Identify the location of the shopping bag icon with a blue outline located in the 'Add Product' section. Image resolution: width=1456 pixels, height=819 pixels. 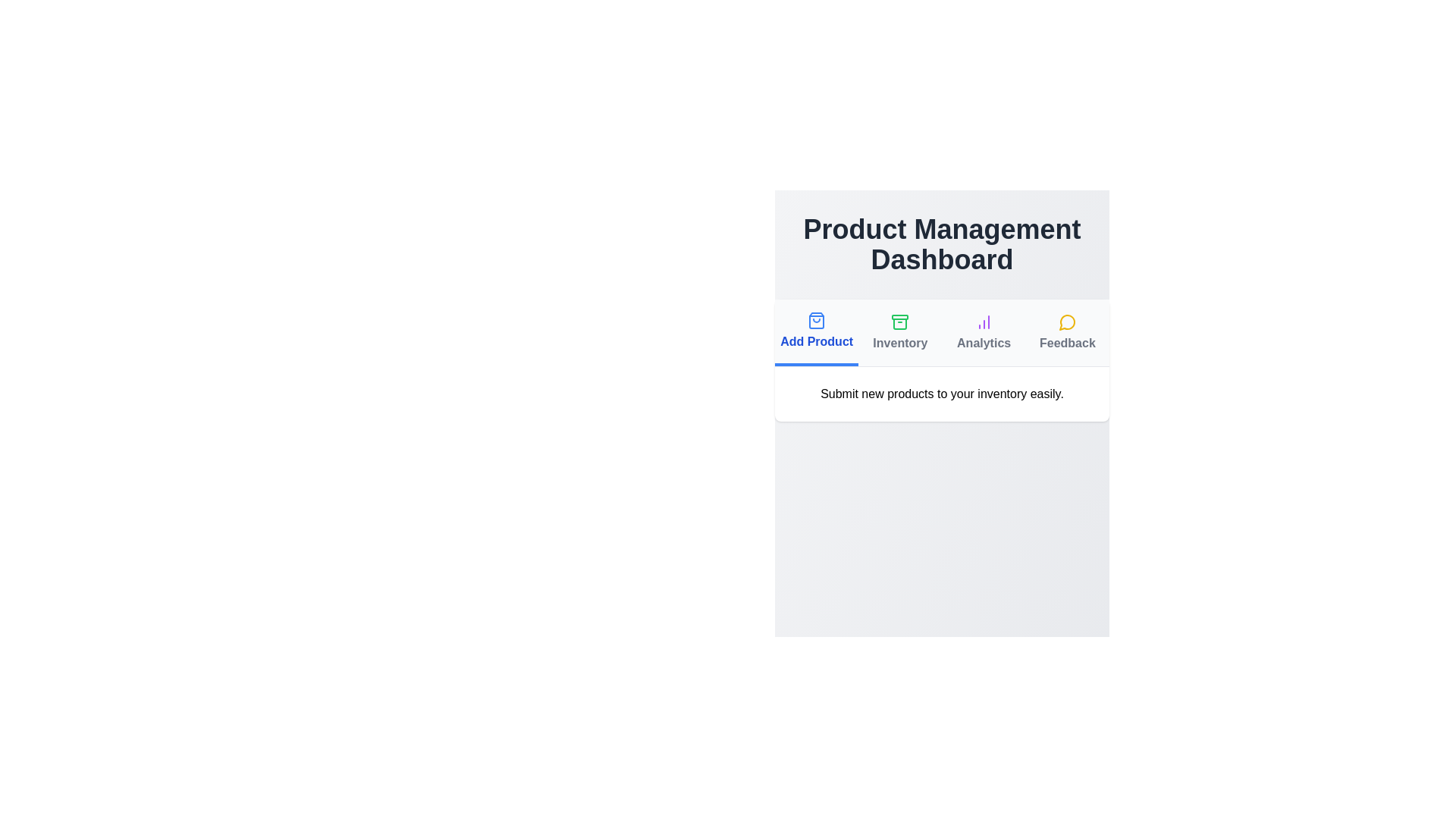
(816, 320).